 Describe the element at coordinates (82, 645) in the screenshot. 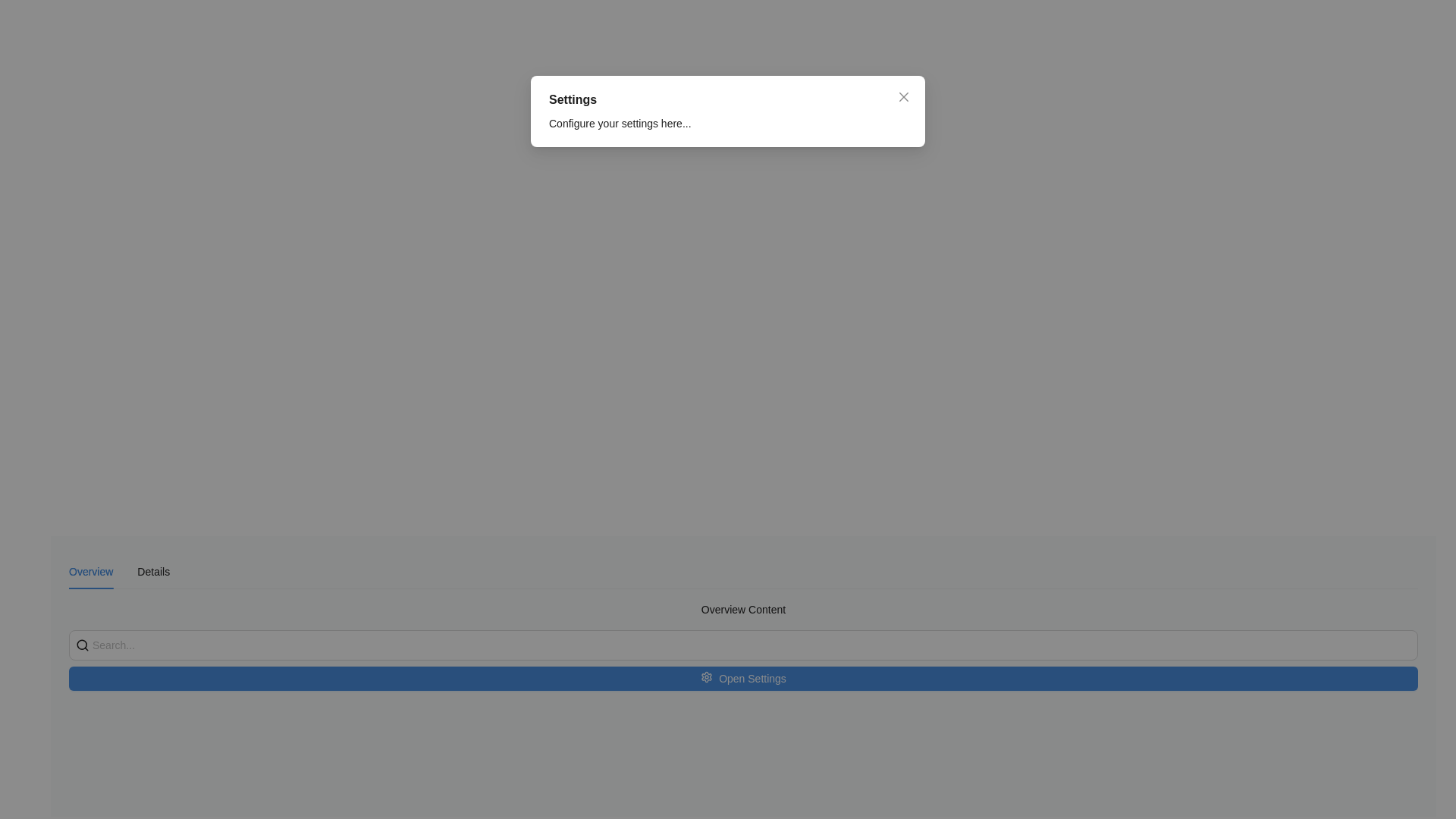

I see `the circular search icon with a magnifying glass design located at the far left inside the rectangular input field` at that location.